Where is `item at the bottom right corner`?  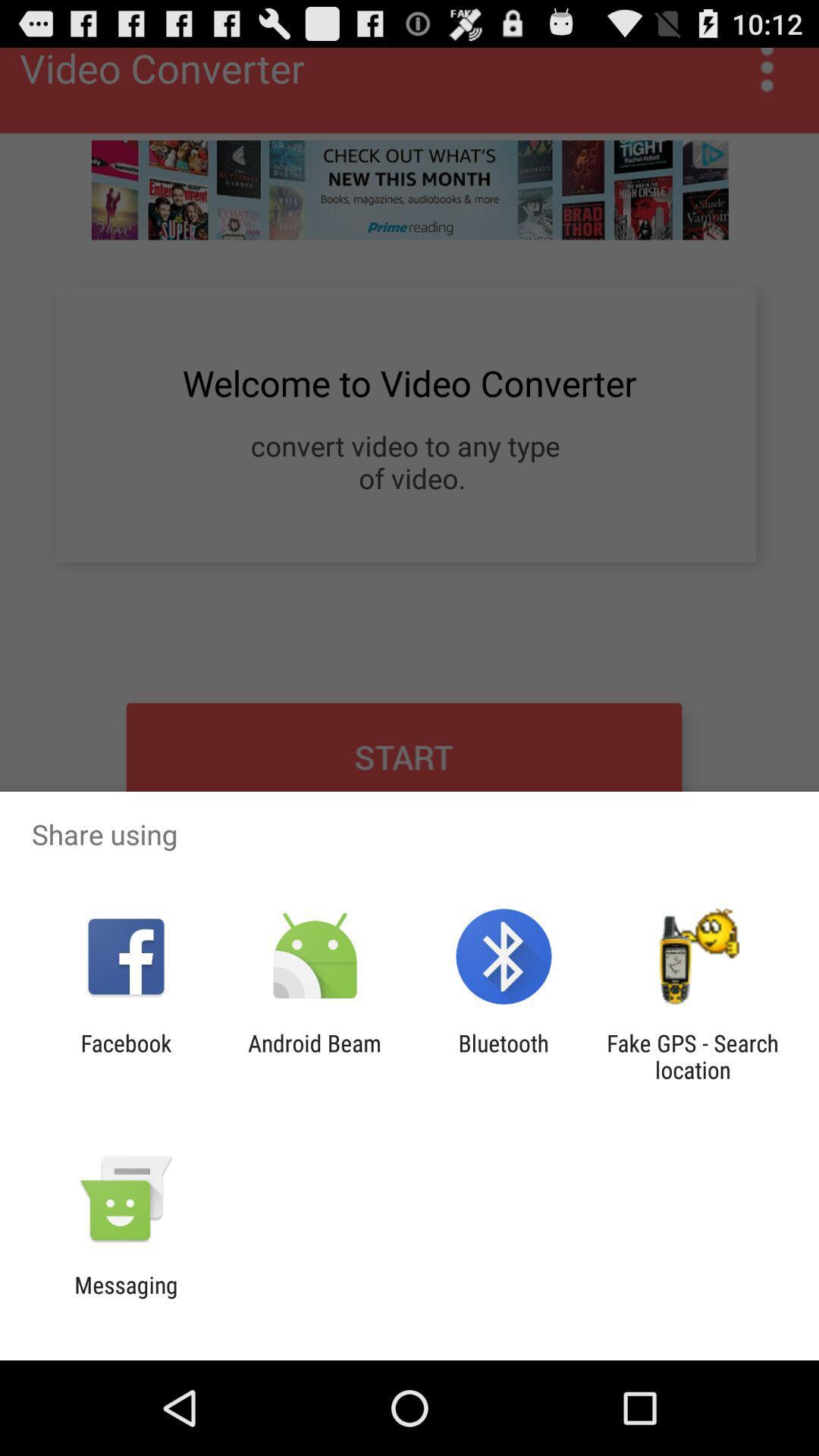 item at the bottom right corner is located at coordinates (692, 1056).